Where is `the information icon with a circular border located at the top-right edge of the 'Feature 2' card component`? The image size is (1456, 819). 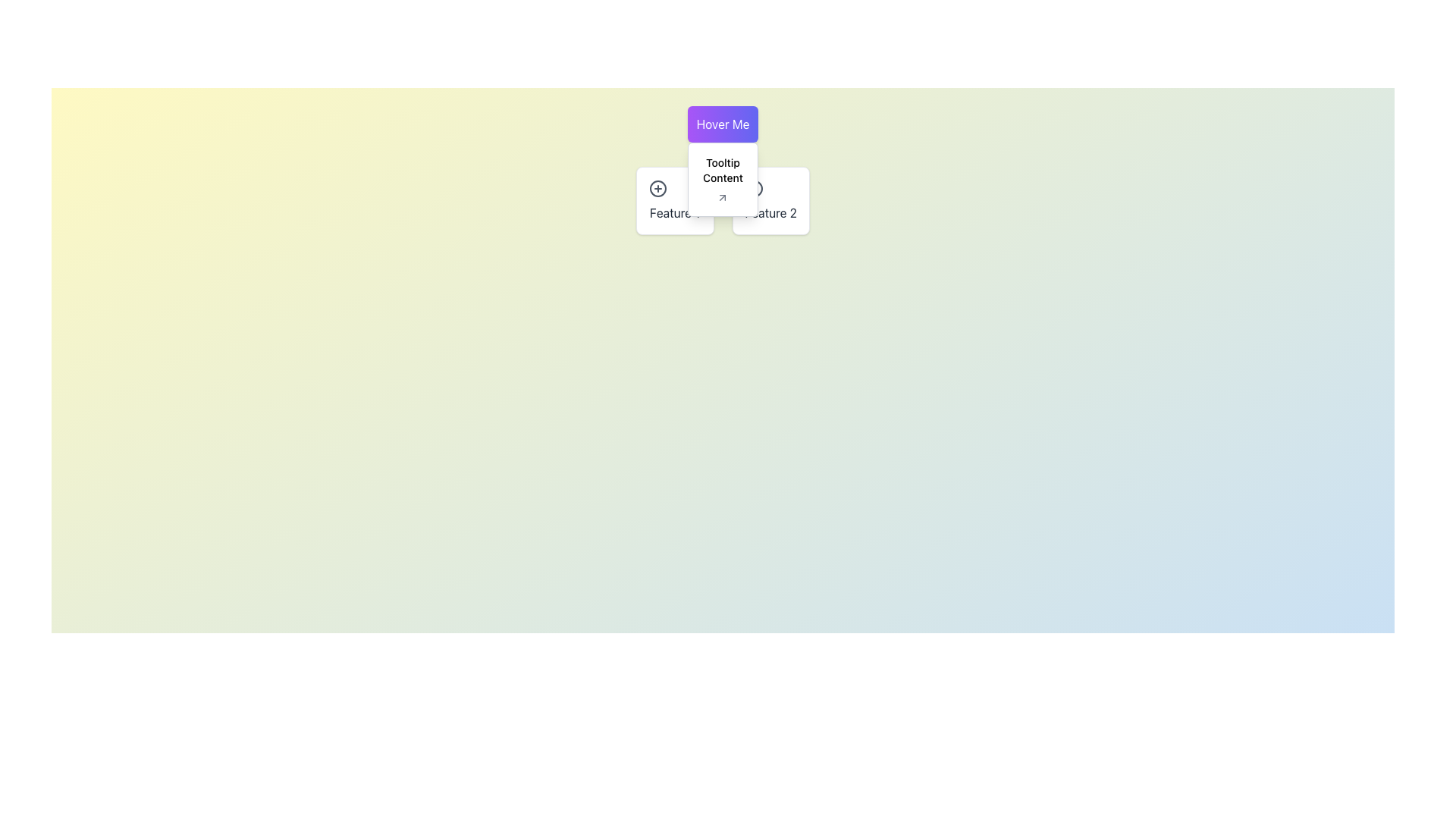 the information icon with a circular border located at the top-right edge of the 'Feature 2' card component is located at coordinates (754, 188).